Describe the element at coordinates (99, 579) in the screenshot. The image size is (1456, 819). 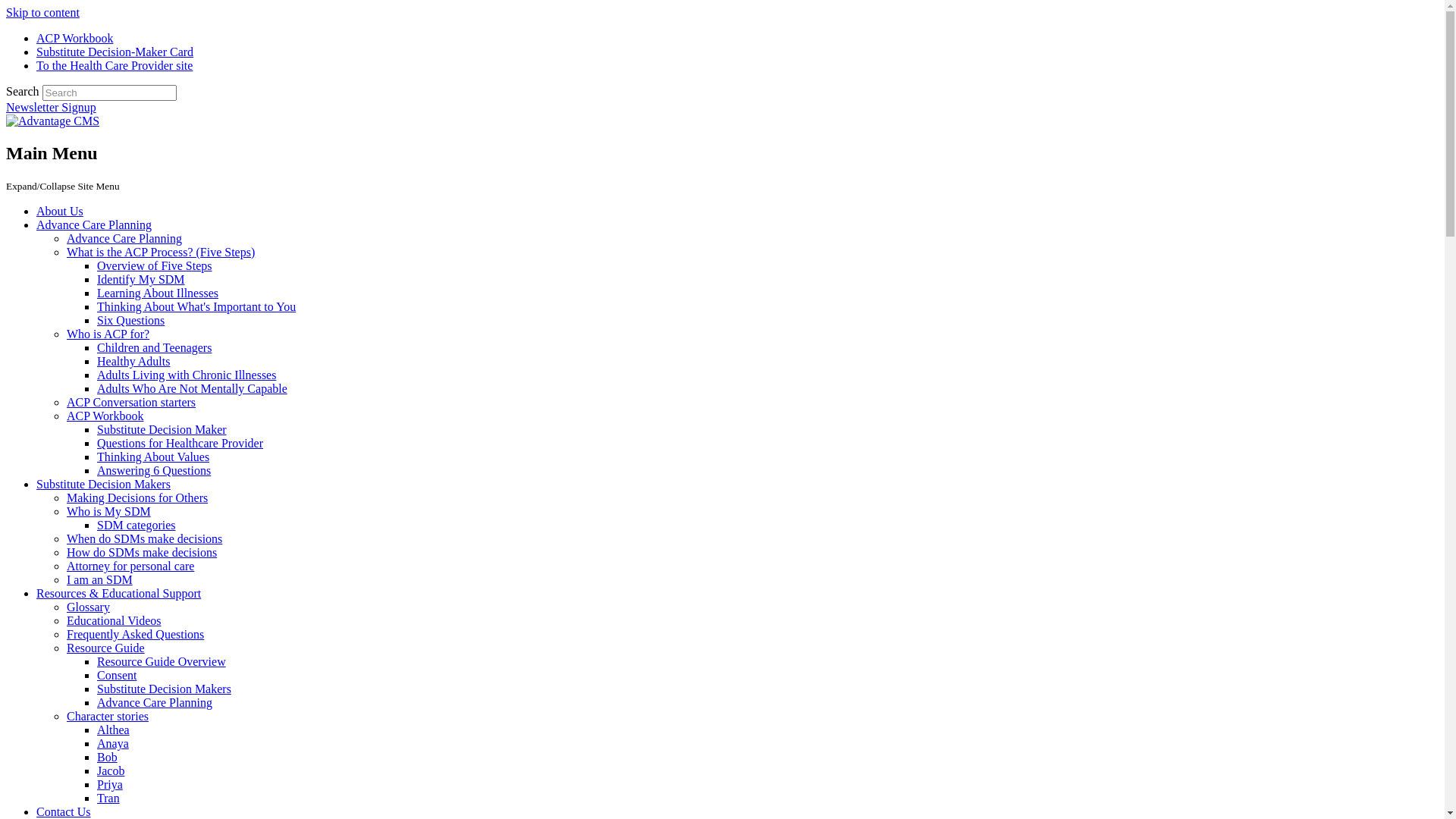
I see `'I am an SDM'` at that location.